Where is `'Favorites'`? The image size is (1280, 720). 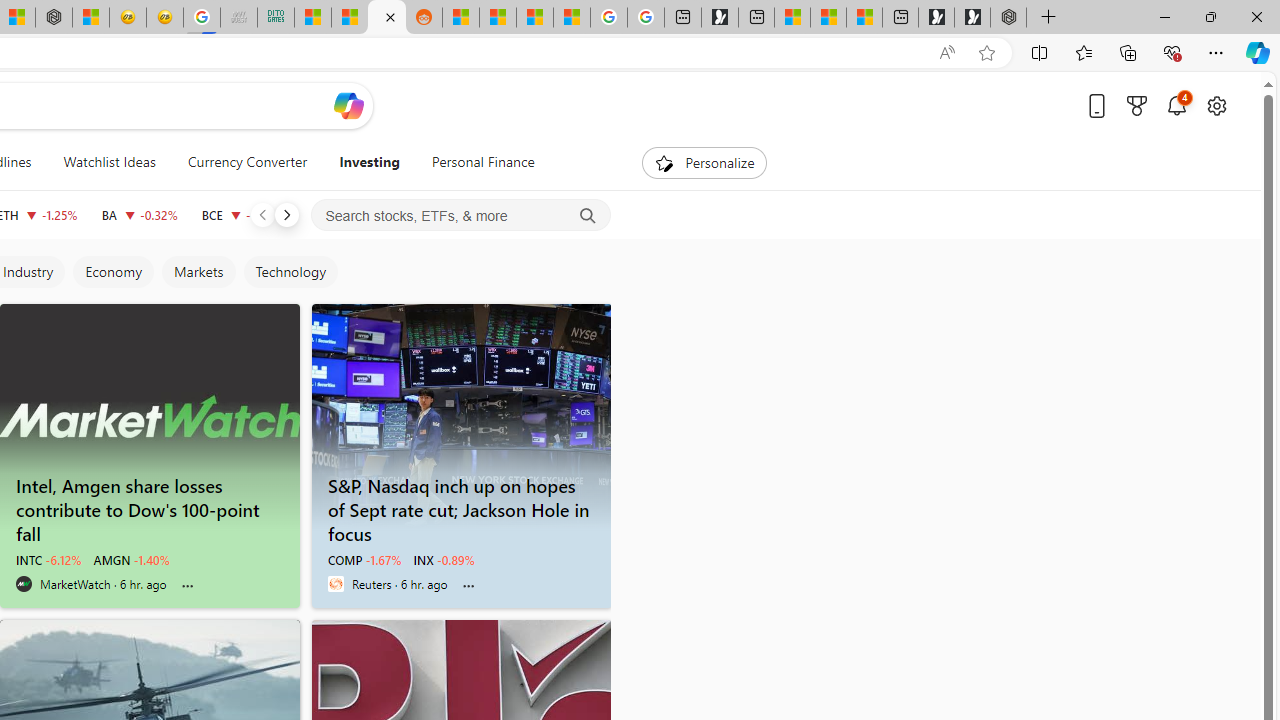 'Favorites' is located at coordinates (1082, 51).